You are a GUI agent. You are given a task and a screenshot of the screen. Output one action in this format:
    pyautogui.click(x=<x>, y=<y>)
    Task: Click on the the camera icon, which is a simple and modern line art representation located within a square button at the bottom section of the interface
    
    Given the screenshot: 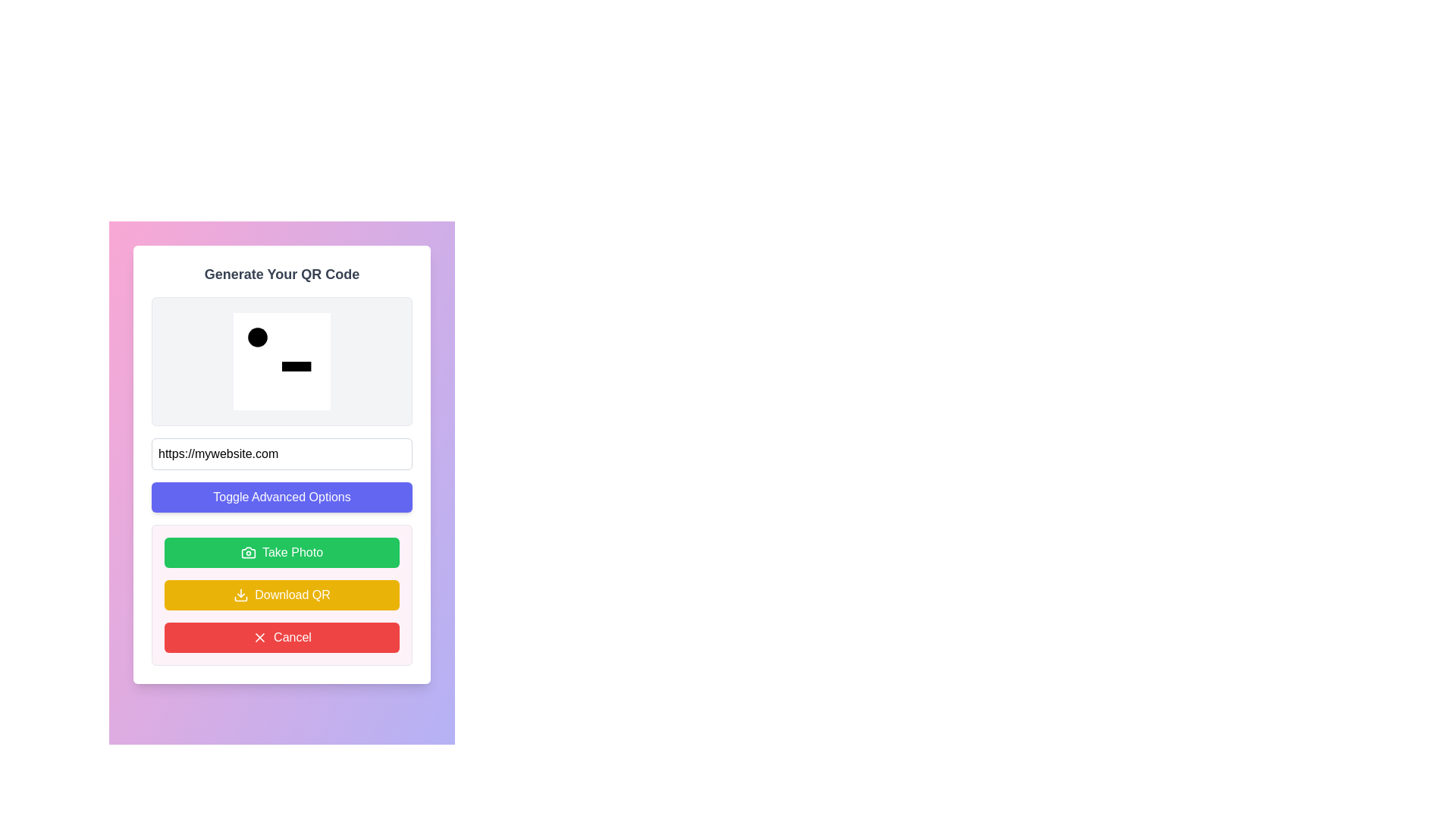 What is the action you would take?
    pyautogui.click(x=248, y=553)
    